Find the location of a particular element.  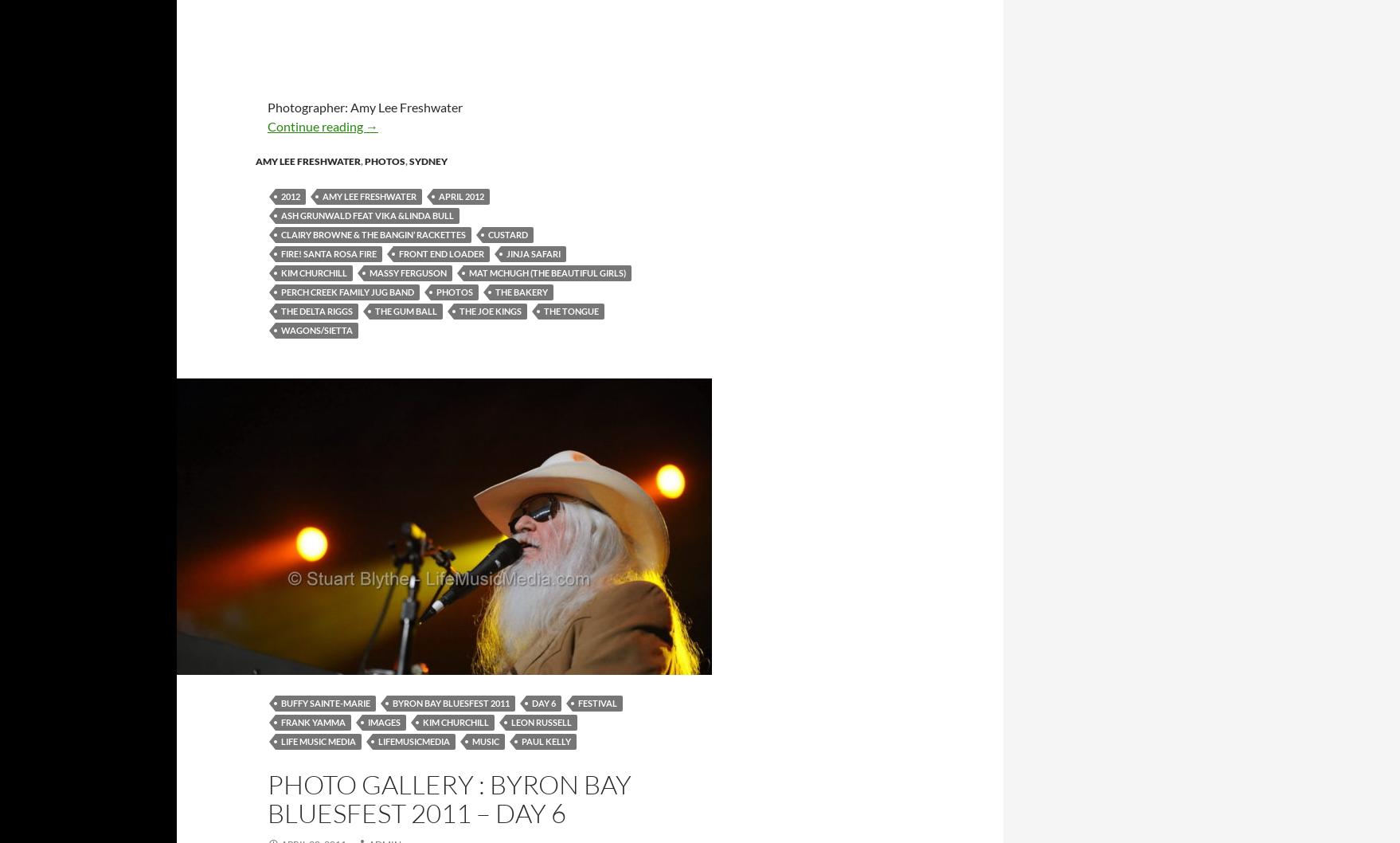

'Mat Mchugh (The Beautiful Girls)' is located at coordinates (468, 271).